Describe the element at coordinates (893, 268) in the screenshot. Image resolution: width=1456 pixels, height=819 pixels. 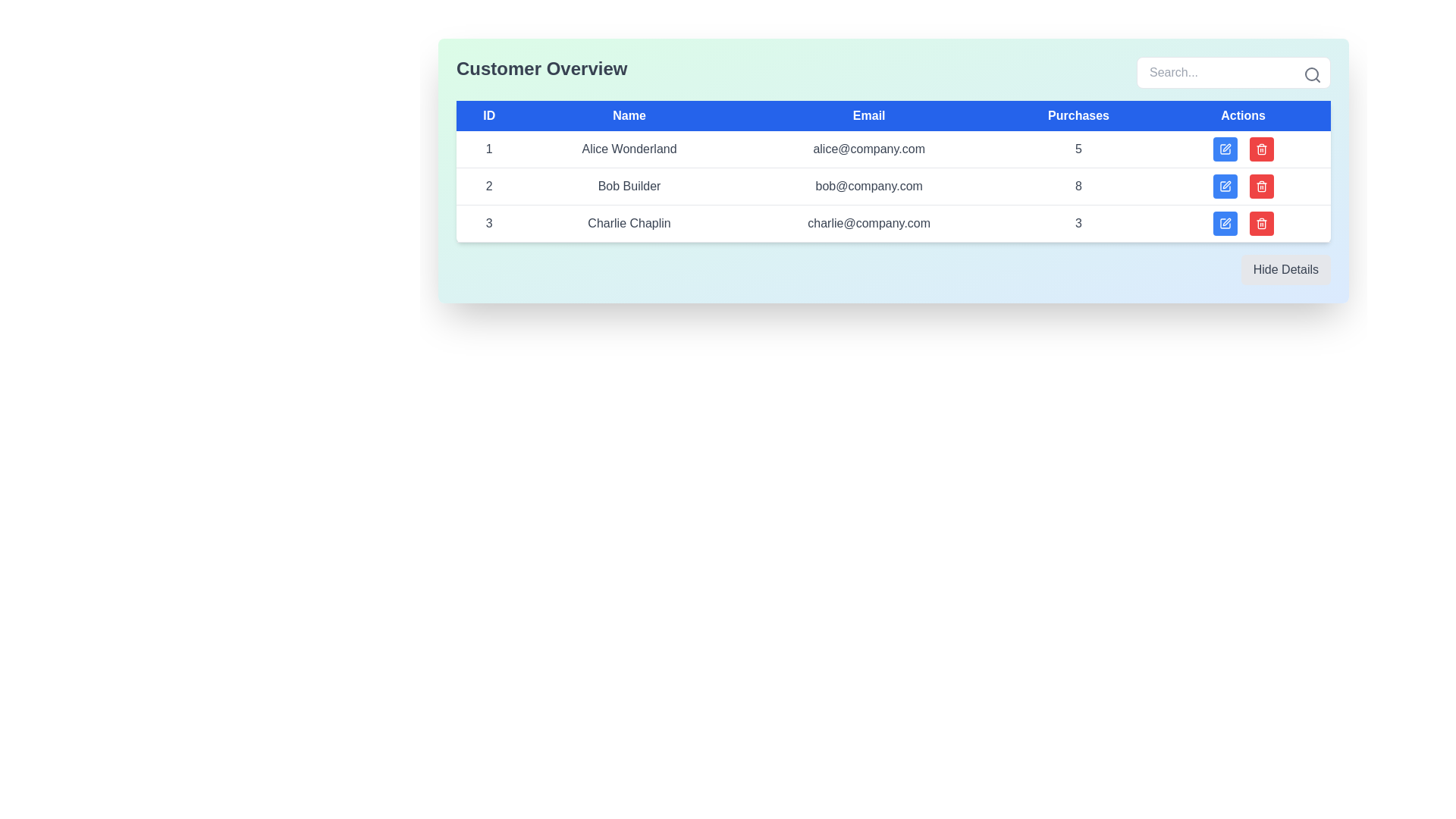
I see `the toggle button located to the far right of the last row below the table in the 'Customer Overview' component` at that location.